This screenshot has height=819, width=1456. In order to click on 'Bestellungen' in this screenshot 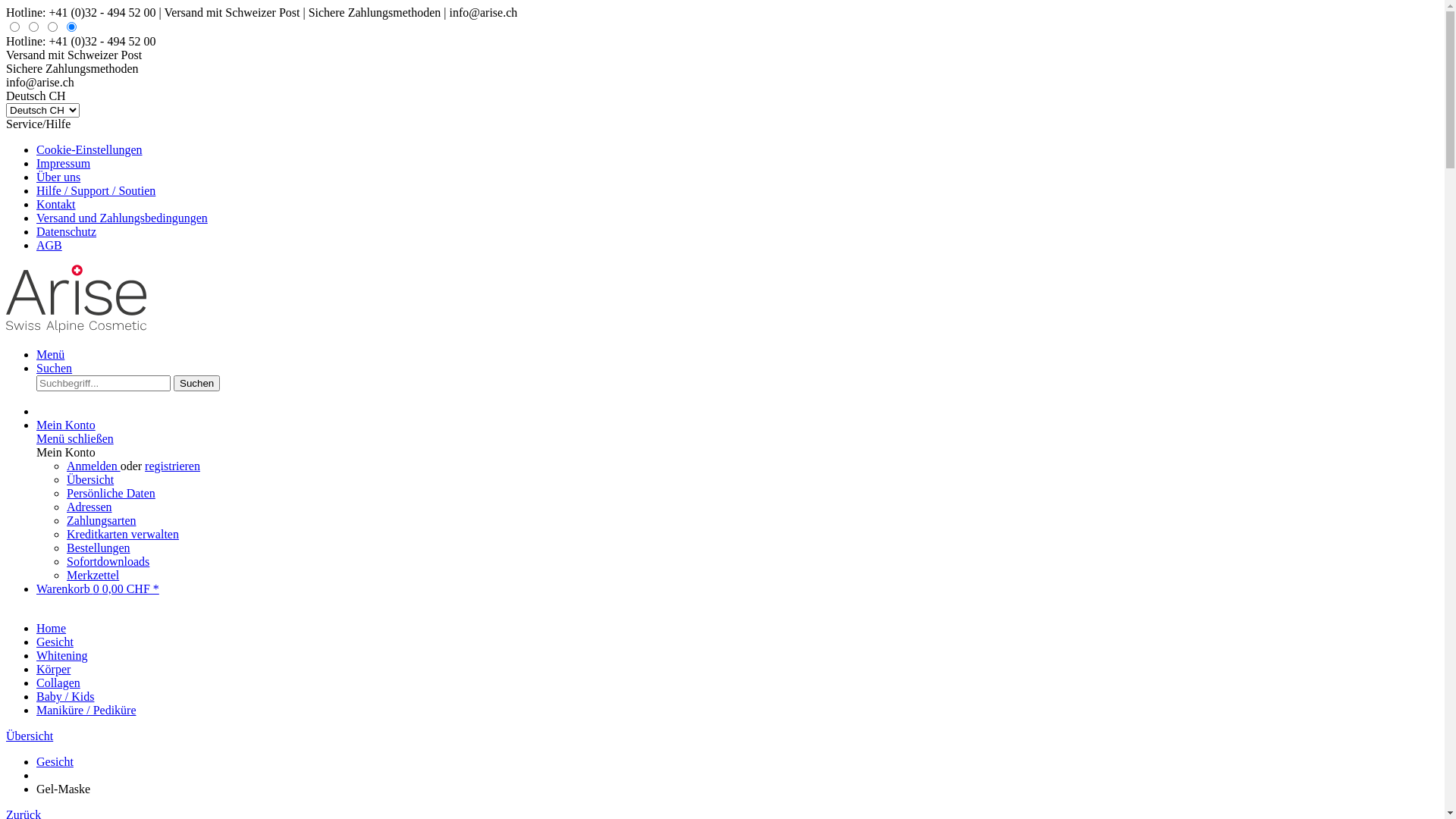, I will do `click(97, 548)`.